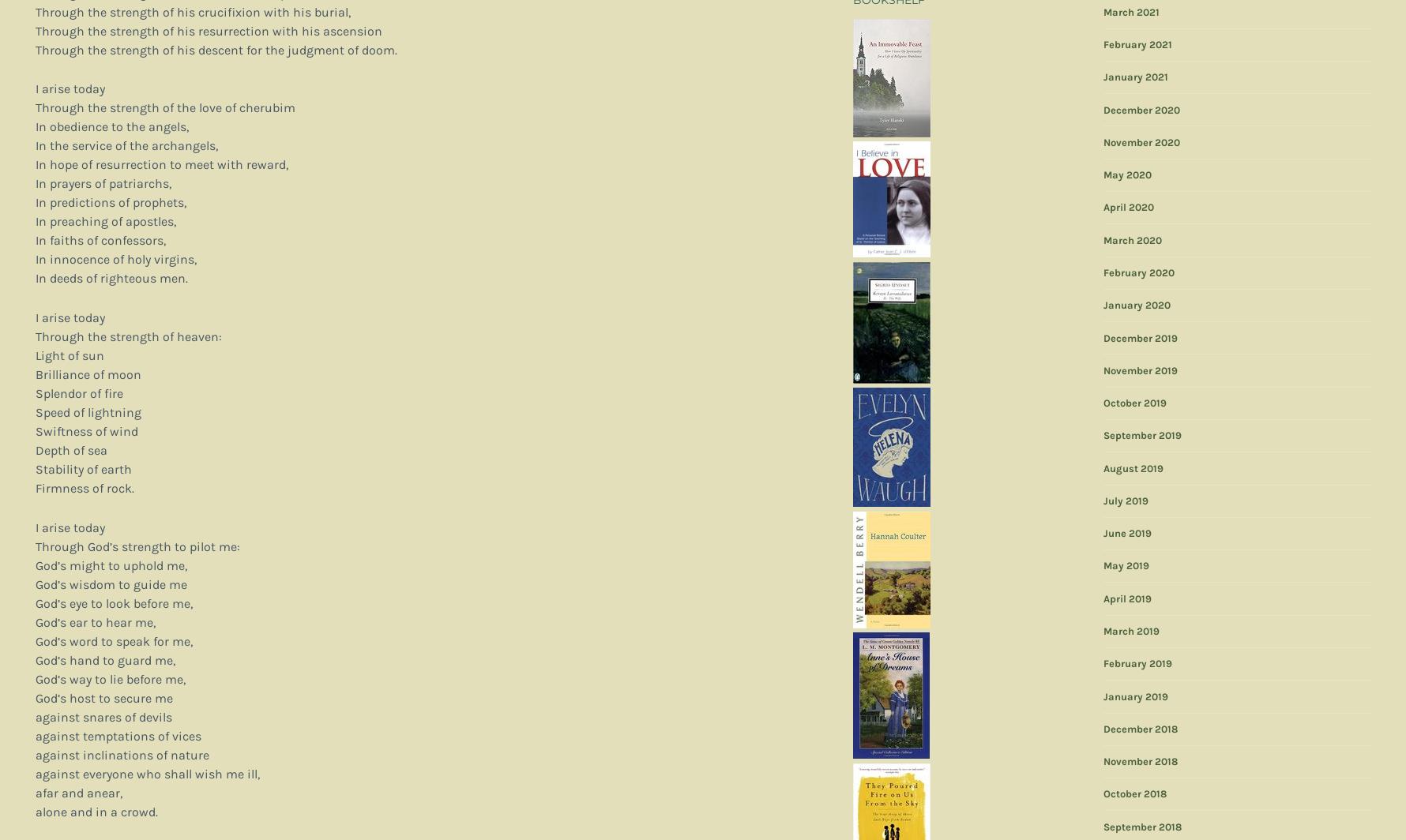 Image resolution: width=1406 pixels, height=840 pixels. I want to click on 'November 2018', so click(1139, 761).